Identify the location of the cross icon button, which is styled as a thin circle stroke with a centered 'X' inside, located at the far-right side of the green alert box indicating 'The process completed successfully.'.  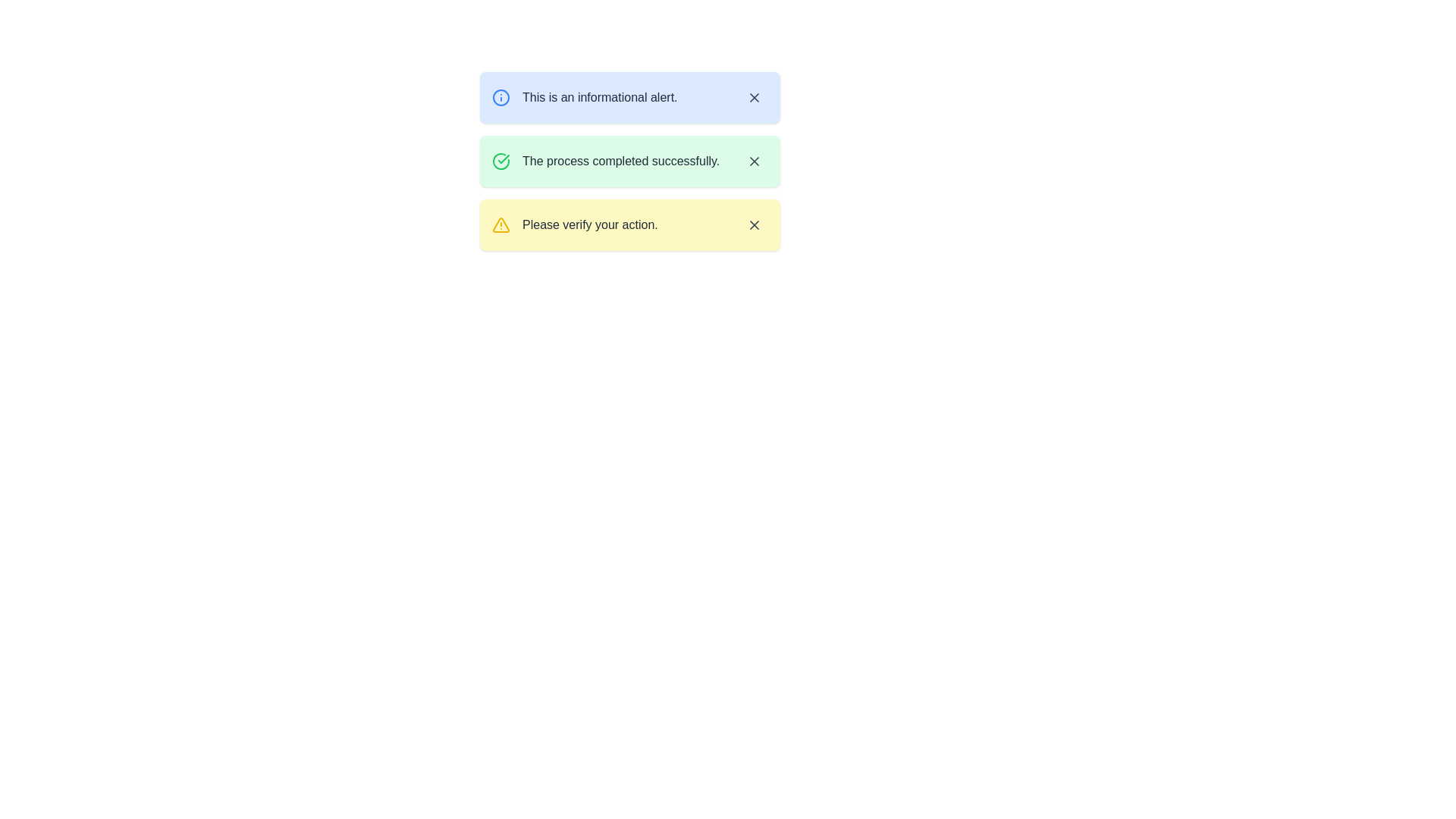
(754, 161).